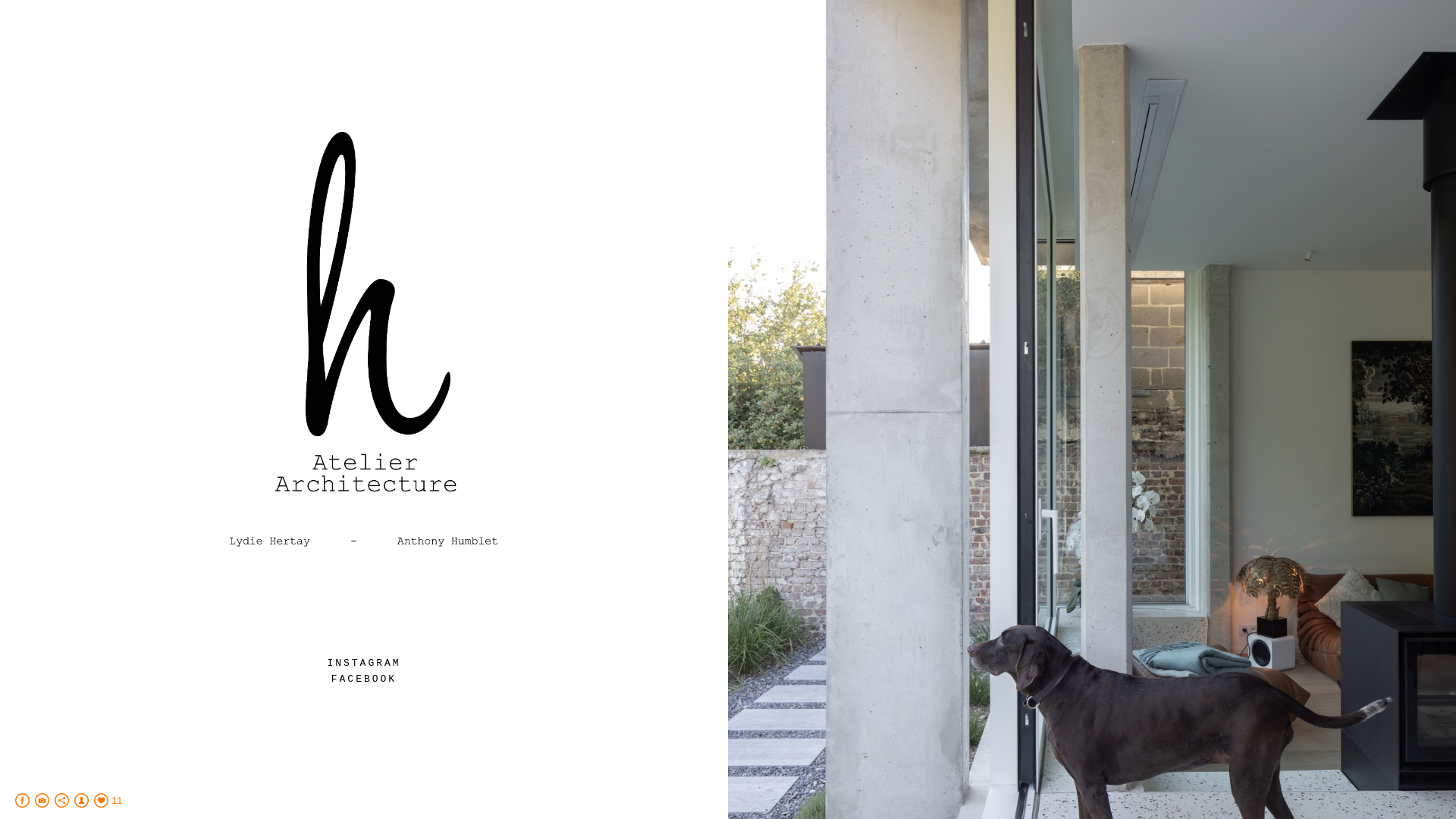  Describe the element at coordinates (330, 678) in the screenshot. I see `'FACEBOOK'` at that location.